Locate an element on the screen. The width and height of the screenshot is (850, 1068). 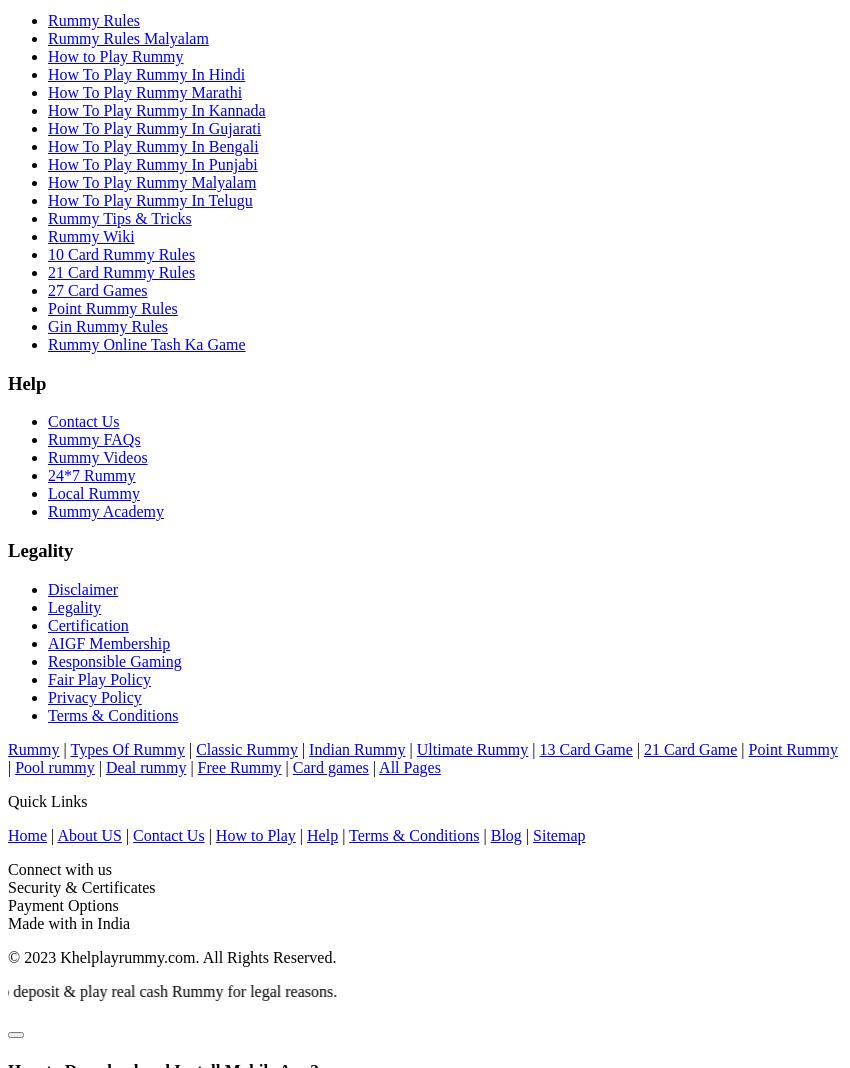
'Deal rummy' is located at coordinates (145, 766).